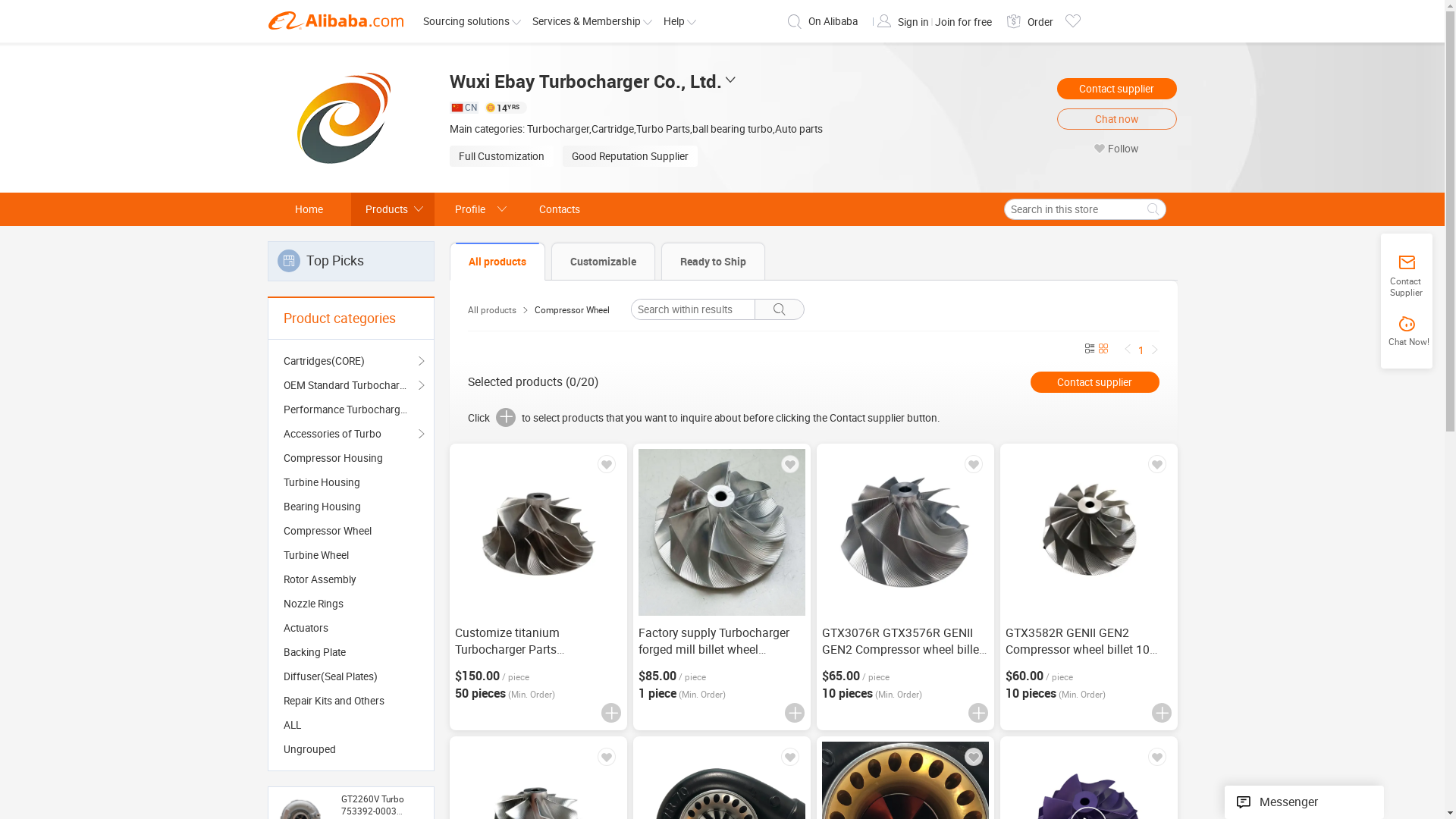  What do you see at coordinates (1039, 22) in the screenshot?
I see `'Order'` at bounding box center [1039, 22].